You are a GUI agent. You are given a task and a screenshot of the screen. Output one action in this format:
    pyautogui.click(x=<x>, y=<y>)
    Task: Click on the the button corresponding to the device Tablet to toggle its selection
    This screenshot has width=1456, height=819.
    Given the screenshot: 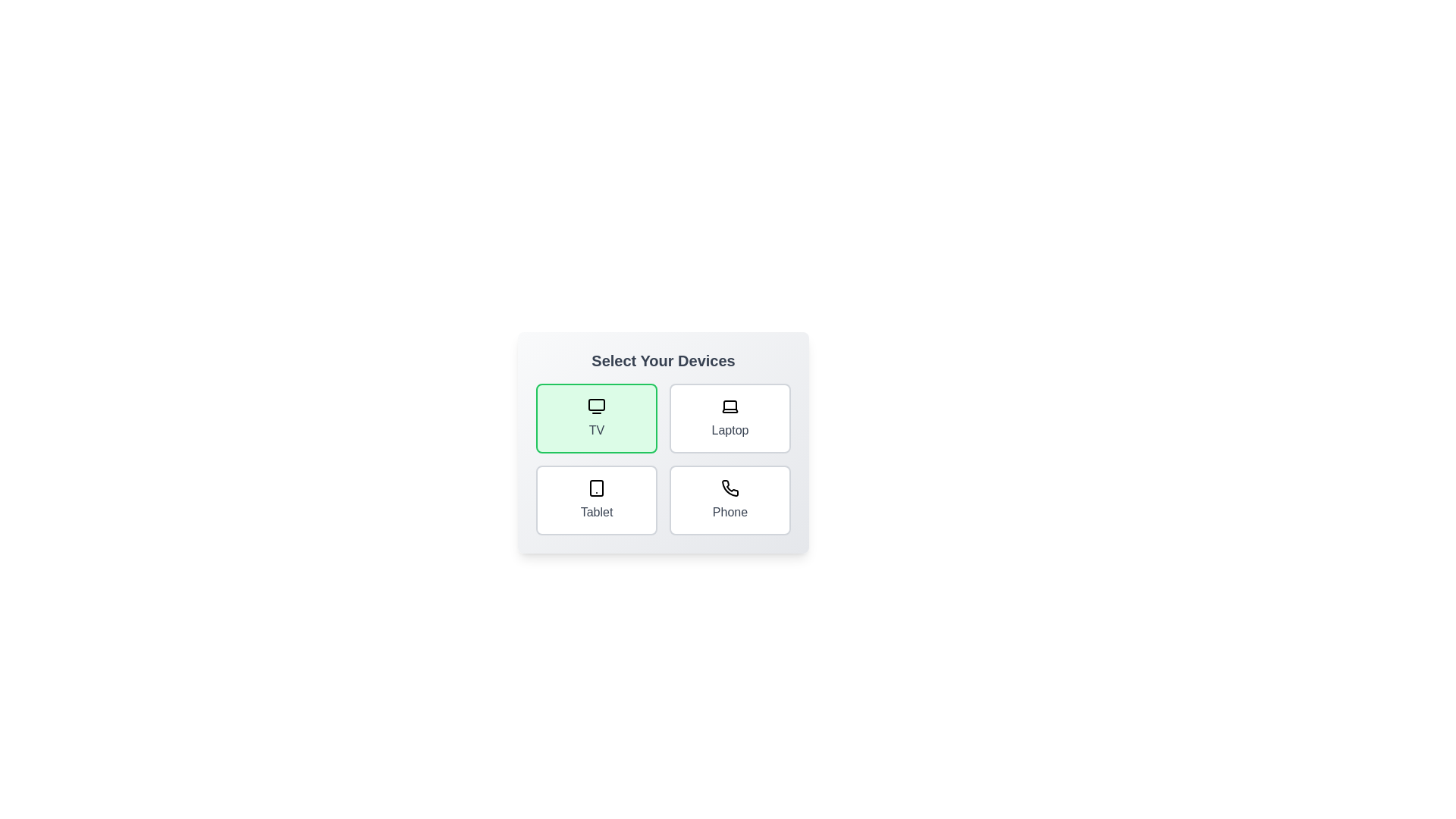 What is the action you would take?
    pyautogui.click(x=596, y=500)
    